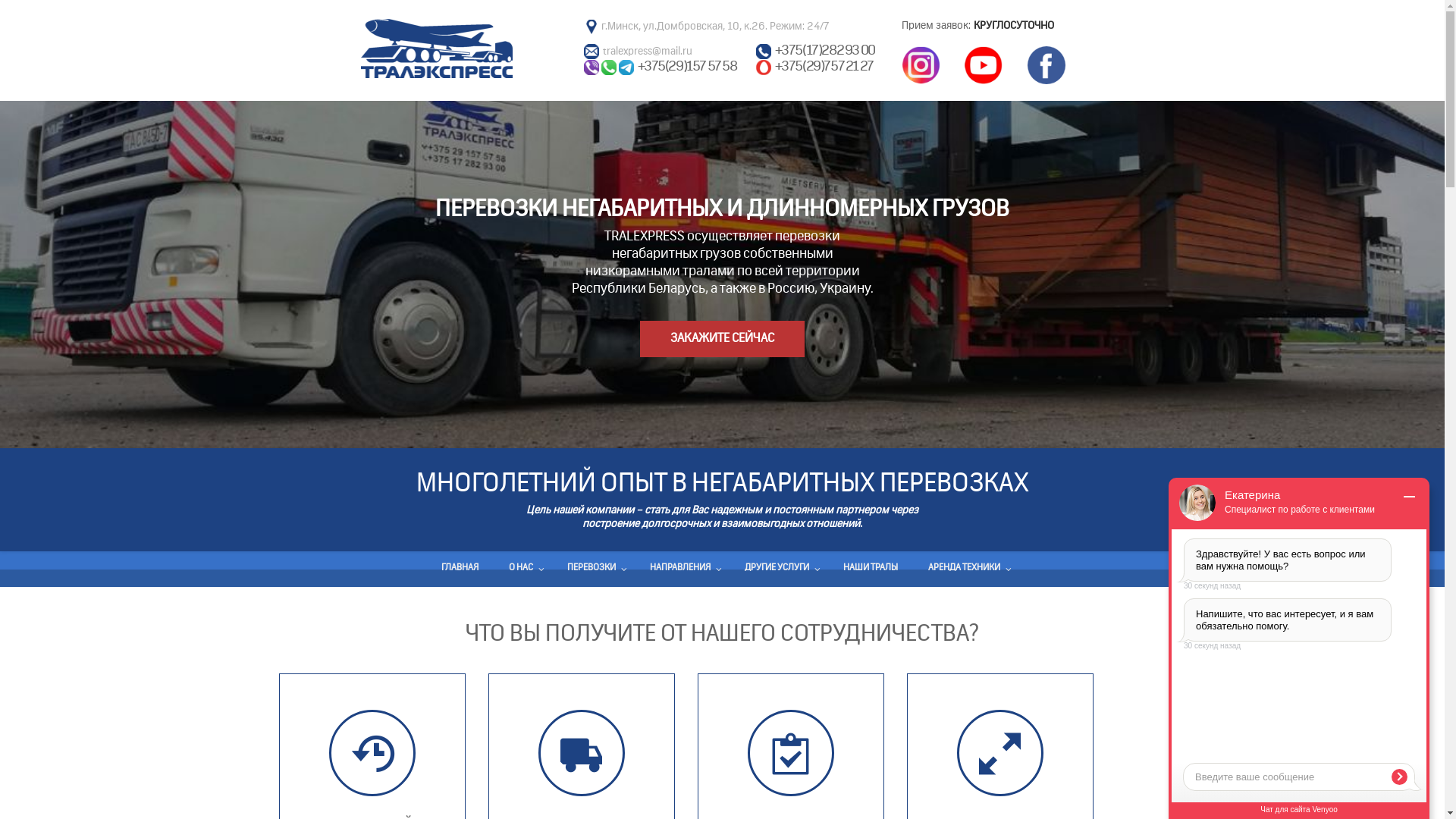 This screenshot has width=1456, height=819. Describe the element at coordinates (647, 51) in the screenshot. I see `'tralexpress@mail.ru'` at that location.